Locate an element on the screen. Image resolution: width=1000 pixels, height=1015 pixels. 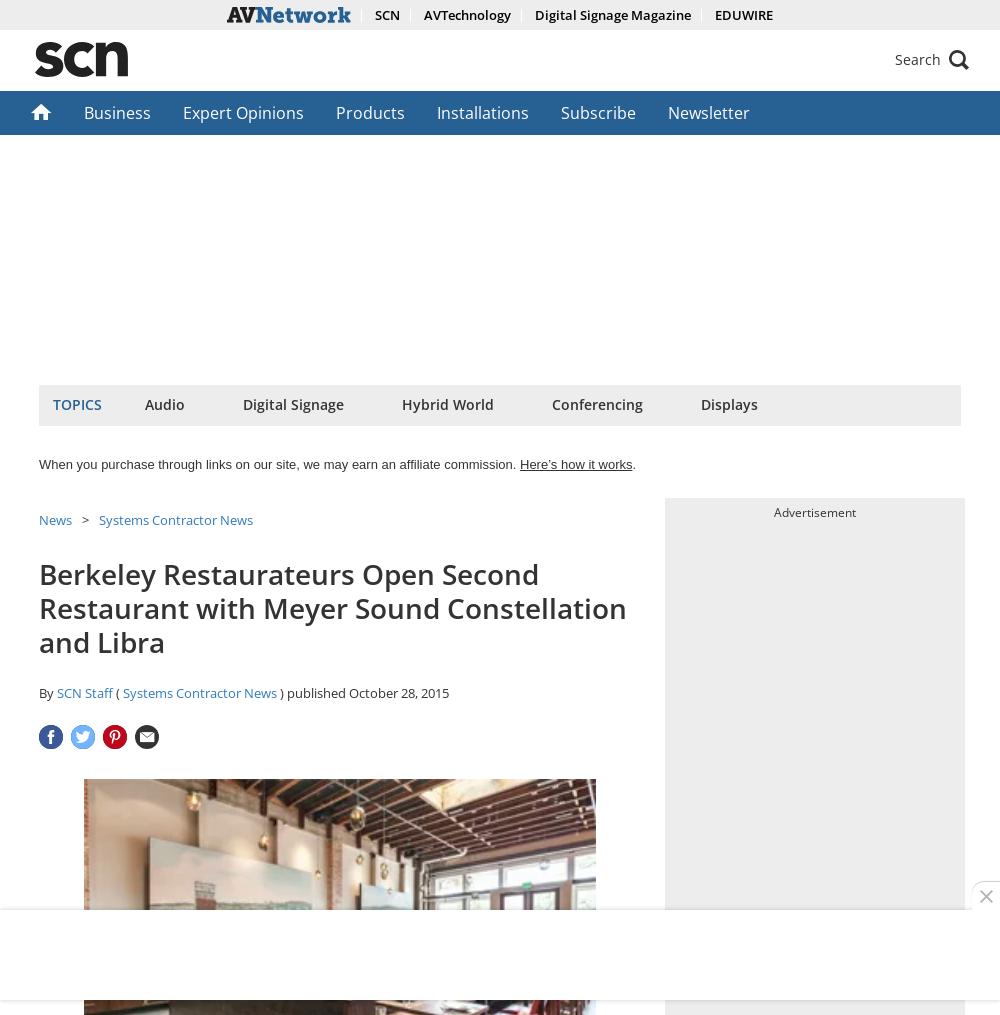
'Displays' is located at coordinates (728, 404).